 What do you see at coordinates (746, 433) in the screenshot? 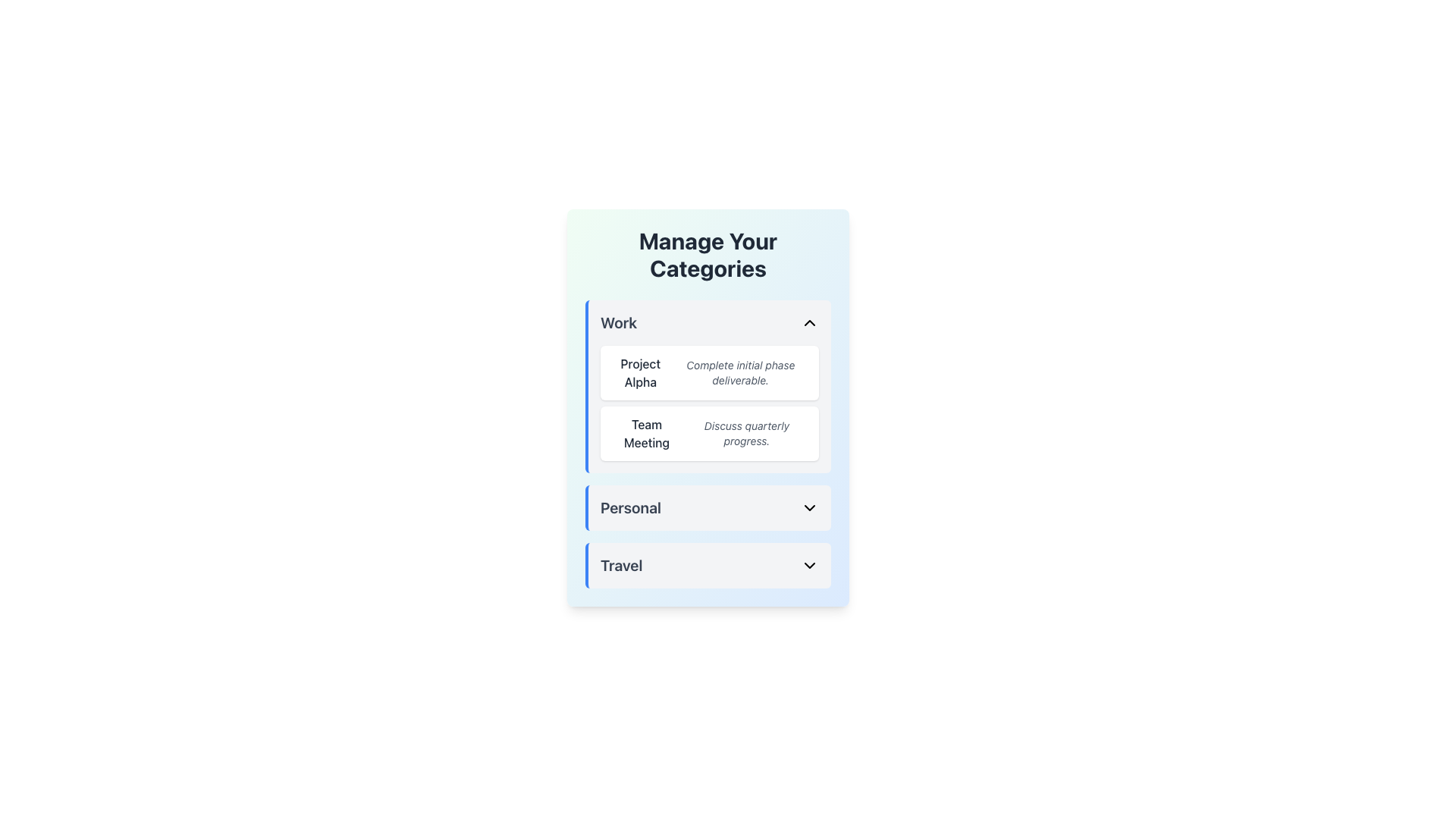
I see `the italicized gray text label that reads 'Discuss quarterly progress.' located in the 'Team Meeting' section under the 'Work' category, positioned to the right of the 'Team Meeting' title` at bounding box center [746, 433].